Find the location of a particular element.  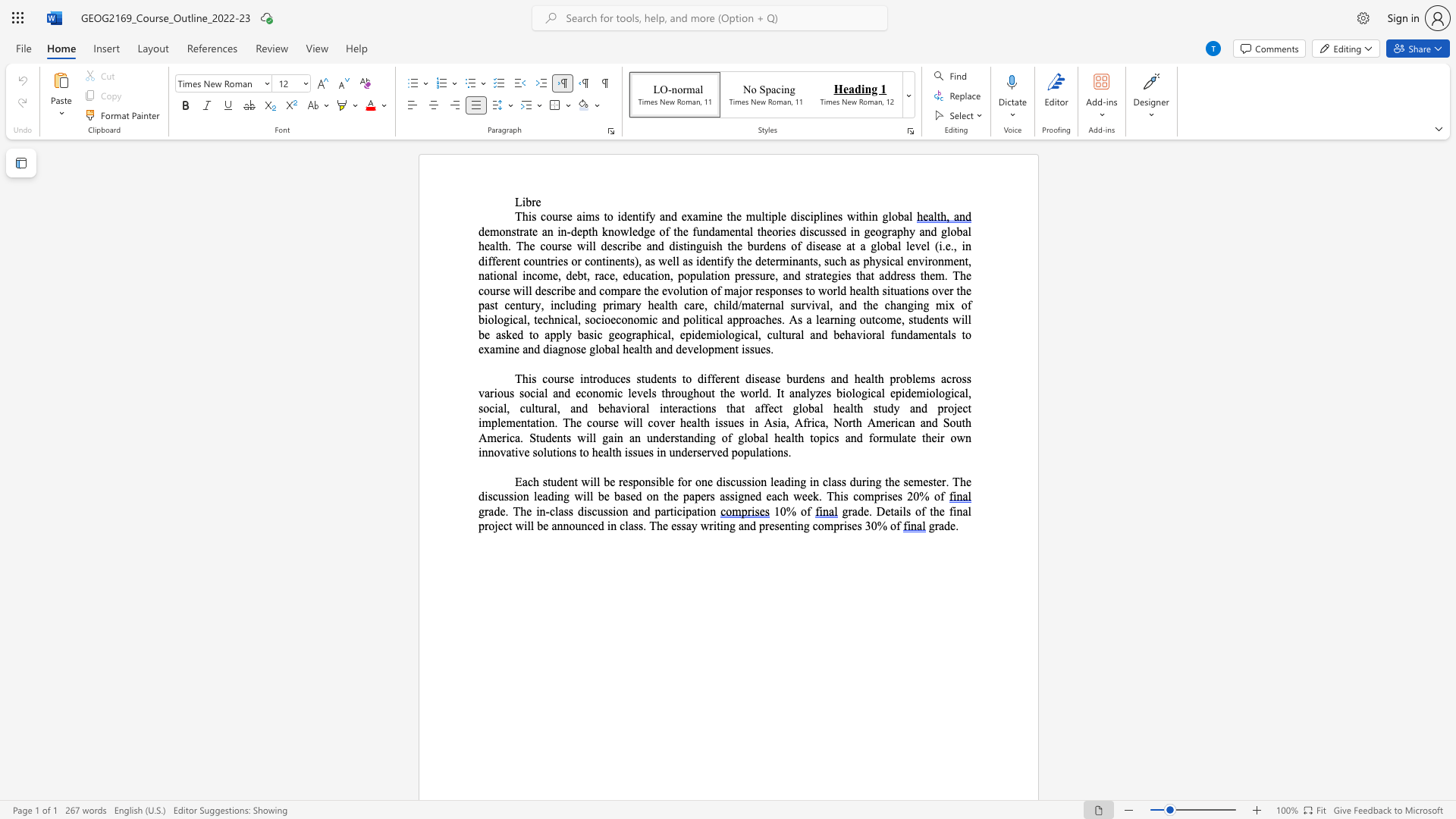

the 11th character "s" in the text is located at coordinates (502, 290).